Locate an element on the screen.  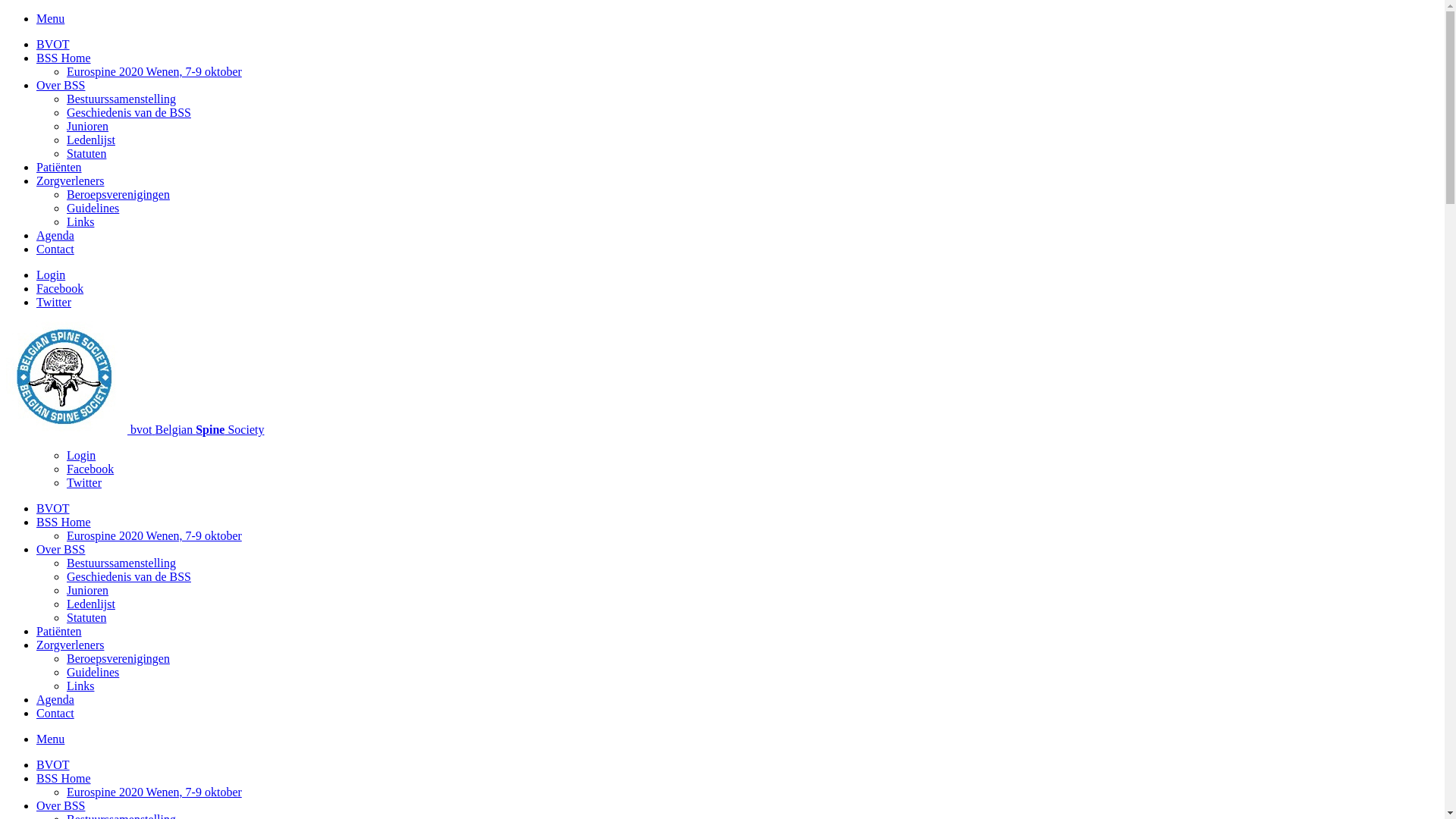
'Links' is located at coordinates (65, 221).